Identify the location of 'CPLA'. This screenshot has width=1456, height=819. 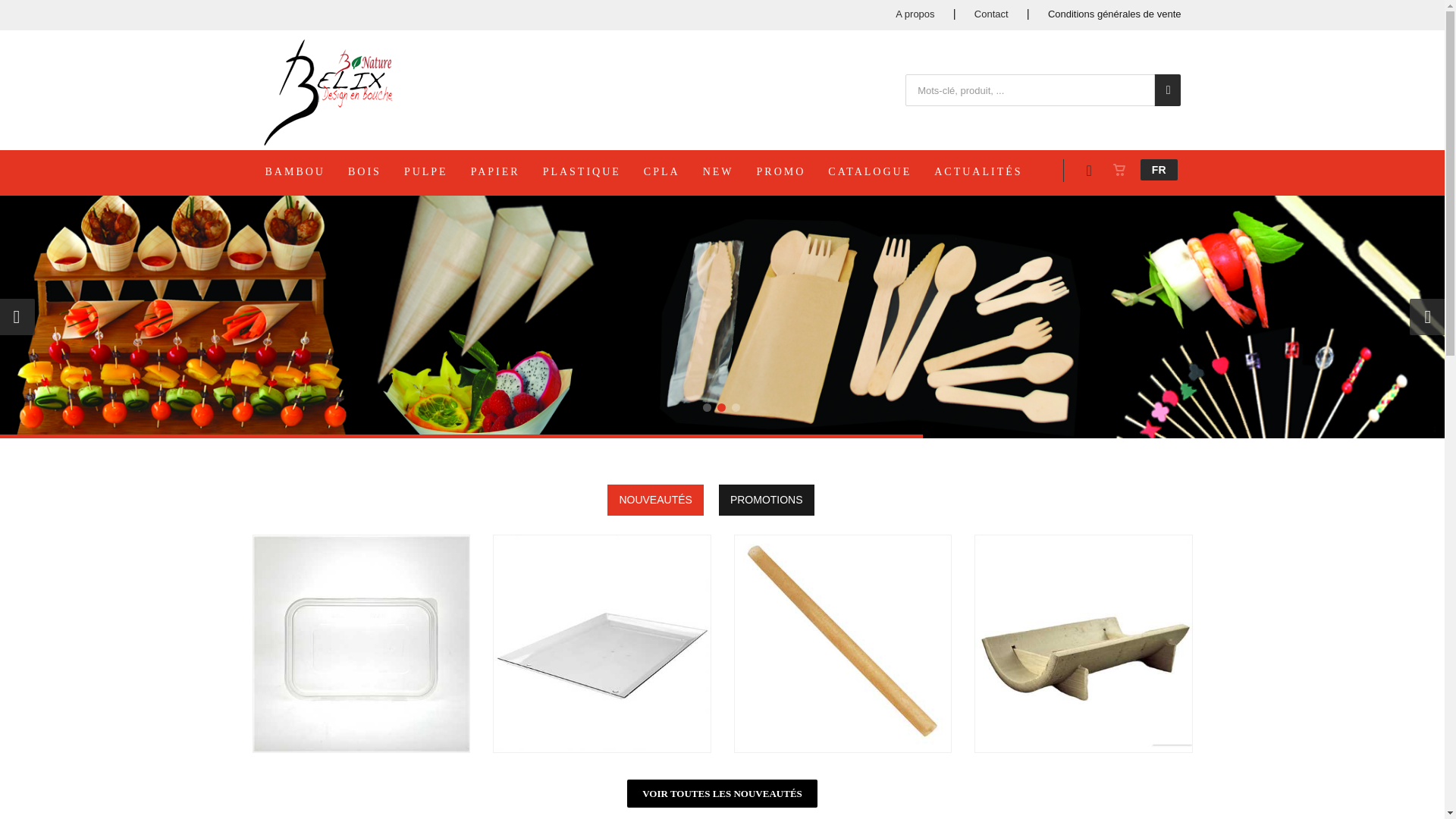
(671, 171).